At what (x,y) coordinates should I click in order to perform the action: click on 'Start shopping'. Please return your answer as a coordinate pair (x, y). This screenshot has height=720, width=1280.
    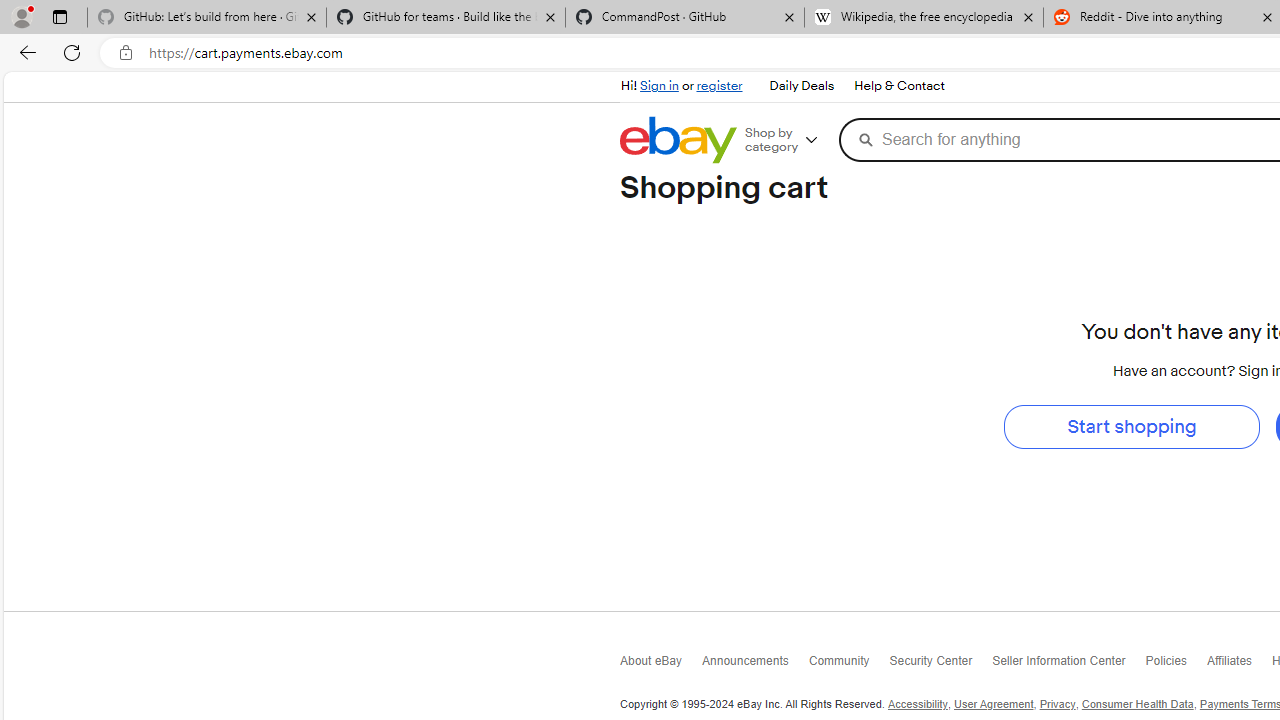
    Looking at the image, I should click on (1131, 425).